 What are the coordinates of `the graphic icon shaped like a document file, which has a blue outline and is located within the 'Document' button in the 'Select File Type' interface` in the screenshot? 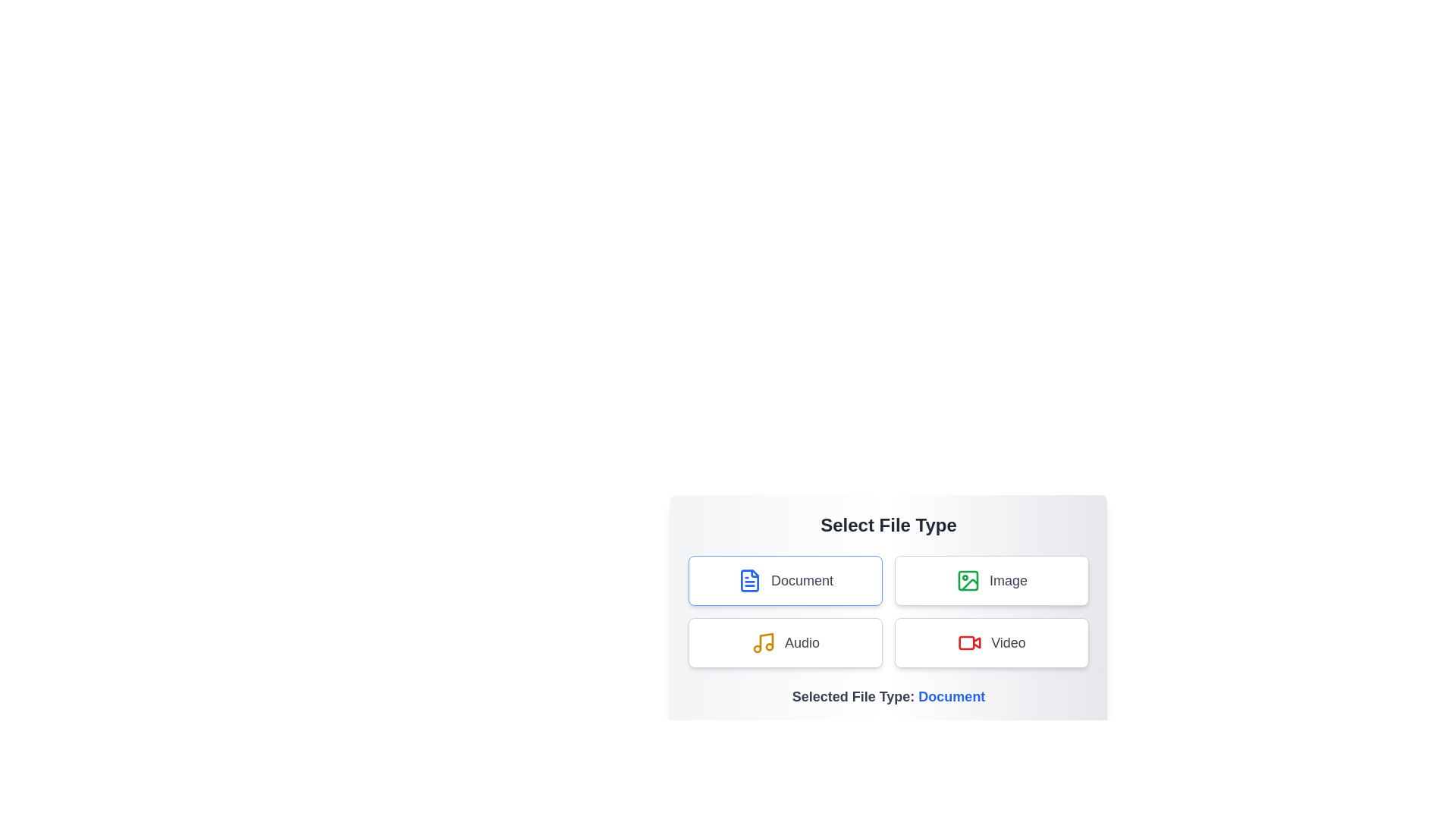 It's located at (749, 580).